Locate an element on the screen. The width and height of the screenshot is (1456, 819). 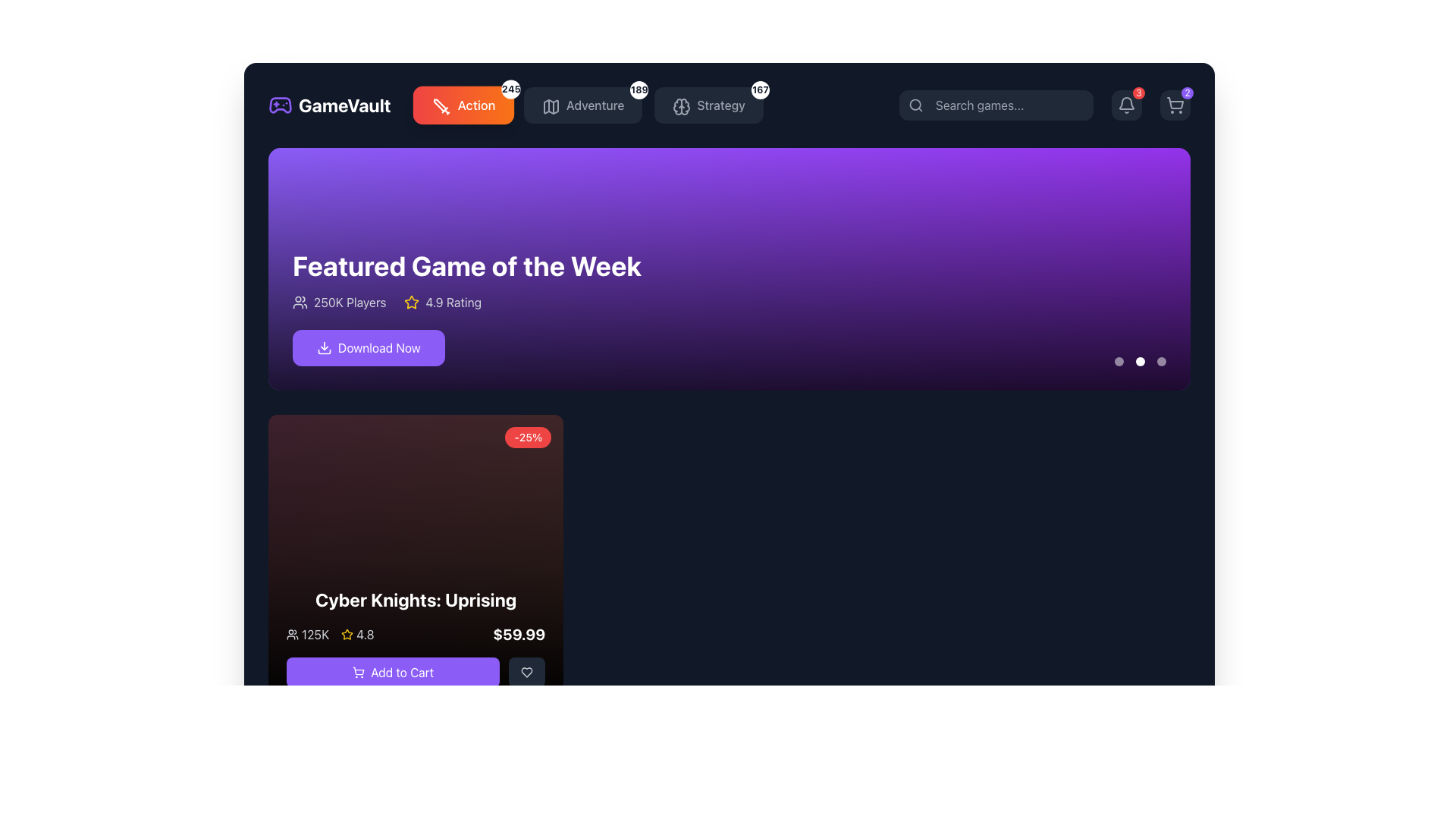
the SVG icon serving as a visual indicator for the 'Strategy' category located in the navigation bar, situated to the right of the 'Action' and 'Adventure' tabs is located at coordinates (681, 106).